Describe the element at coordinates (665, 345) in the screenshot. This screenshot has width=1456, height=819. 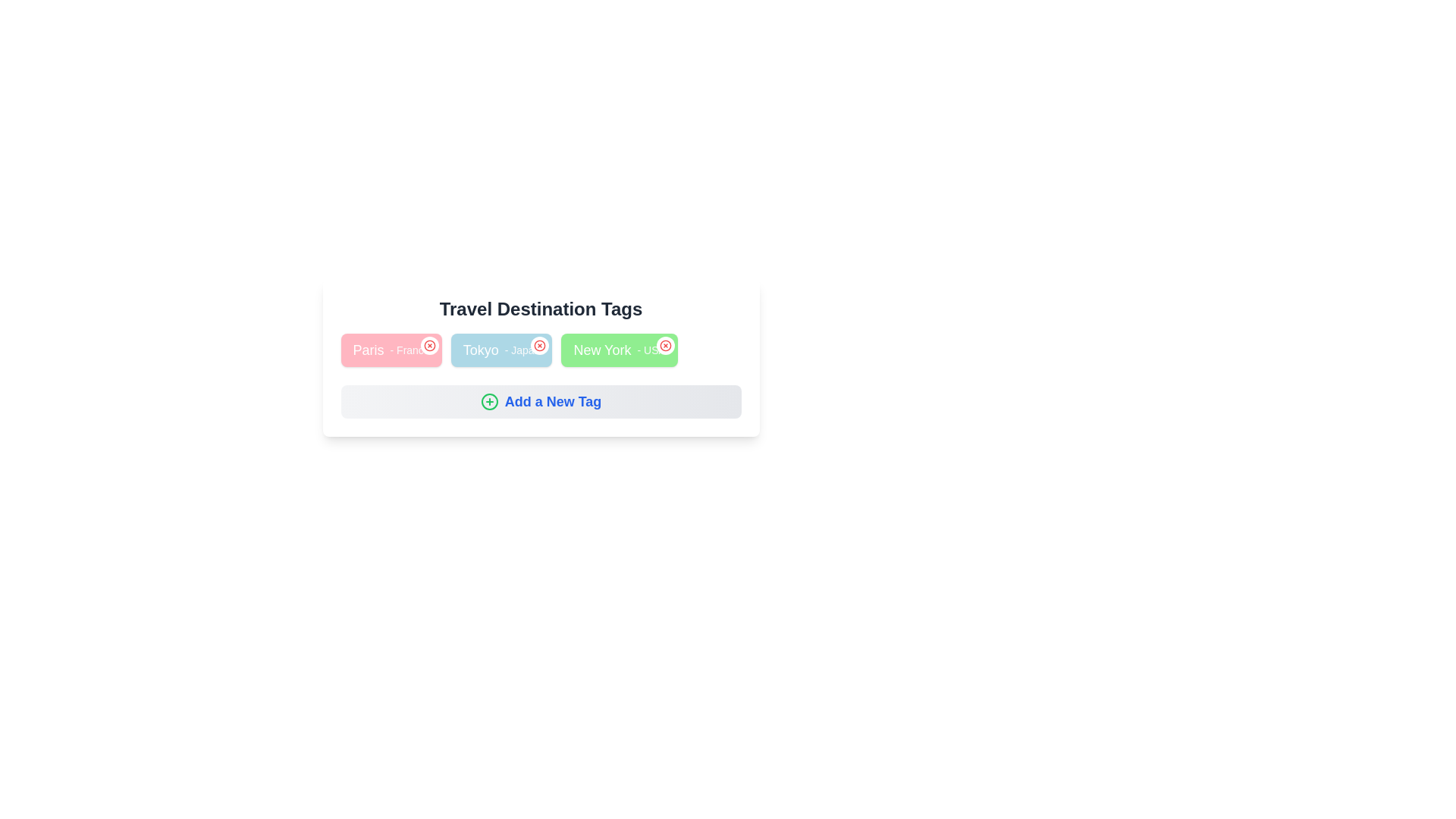
I see `the close button of the tag labeled New York- USA` at that location.